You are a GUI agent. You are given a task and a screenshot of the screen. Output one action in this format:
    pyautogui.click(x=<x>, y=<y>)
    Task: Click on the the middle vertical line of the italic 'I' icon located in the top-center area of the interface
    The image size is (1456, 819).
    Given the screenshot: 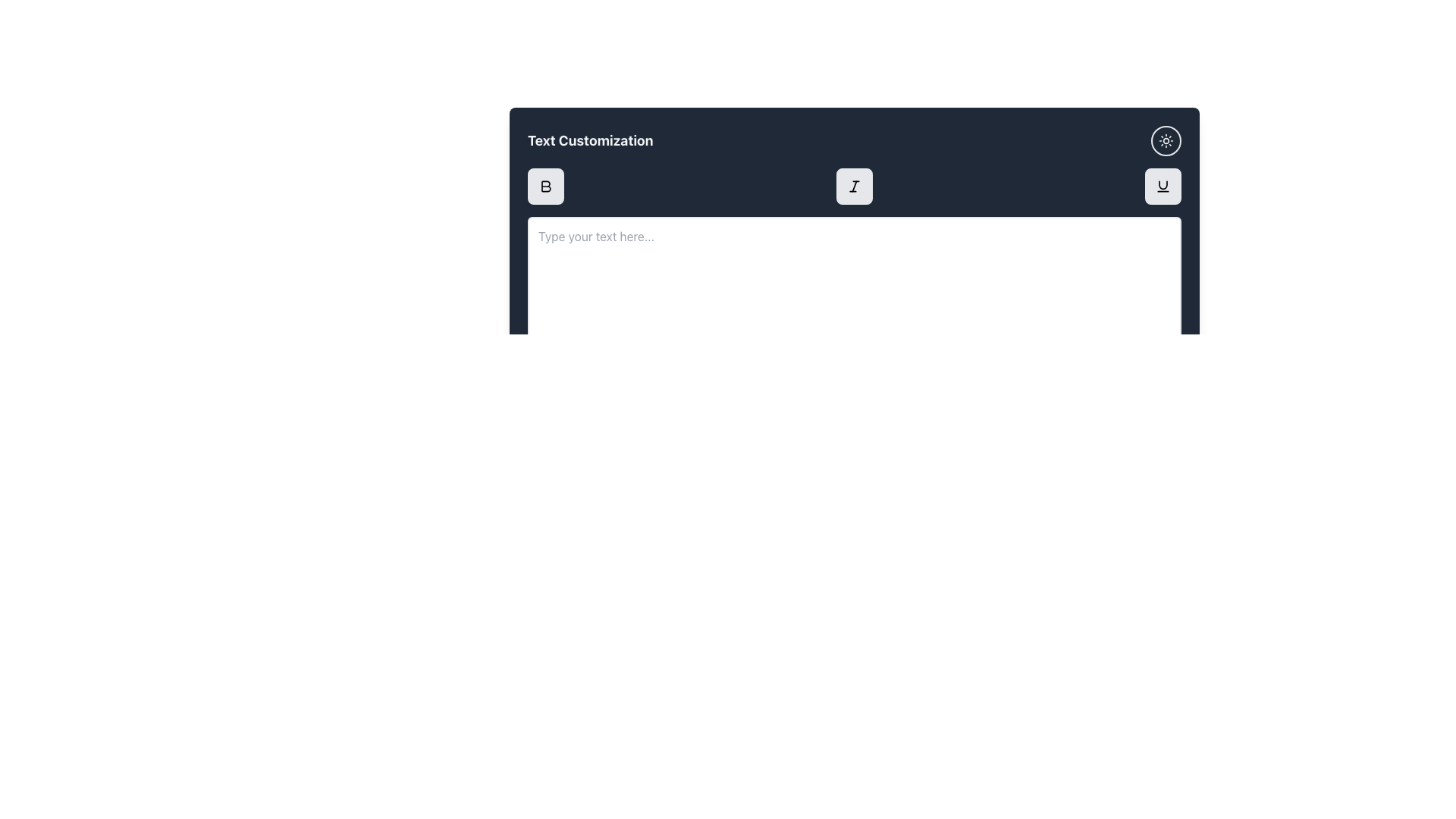 What is the action you would take?
    pyautogui.click(x=855, y=186)
    